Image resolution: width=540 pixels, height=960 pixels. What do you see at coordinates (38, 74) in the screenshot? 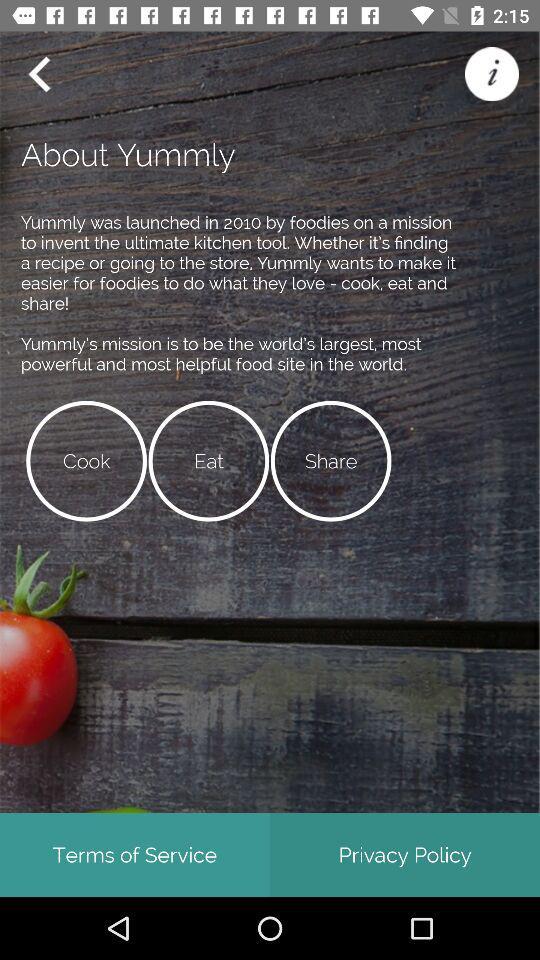
I see `the arrow_backward icon` at bounding box center [38, 74].